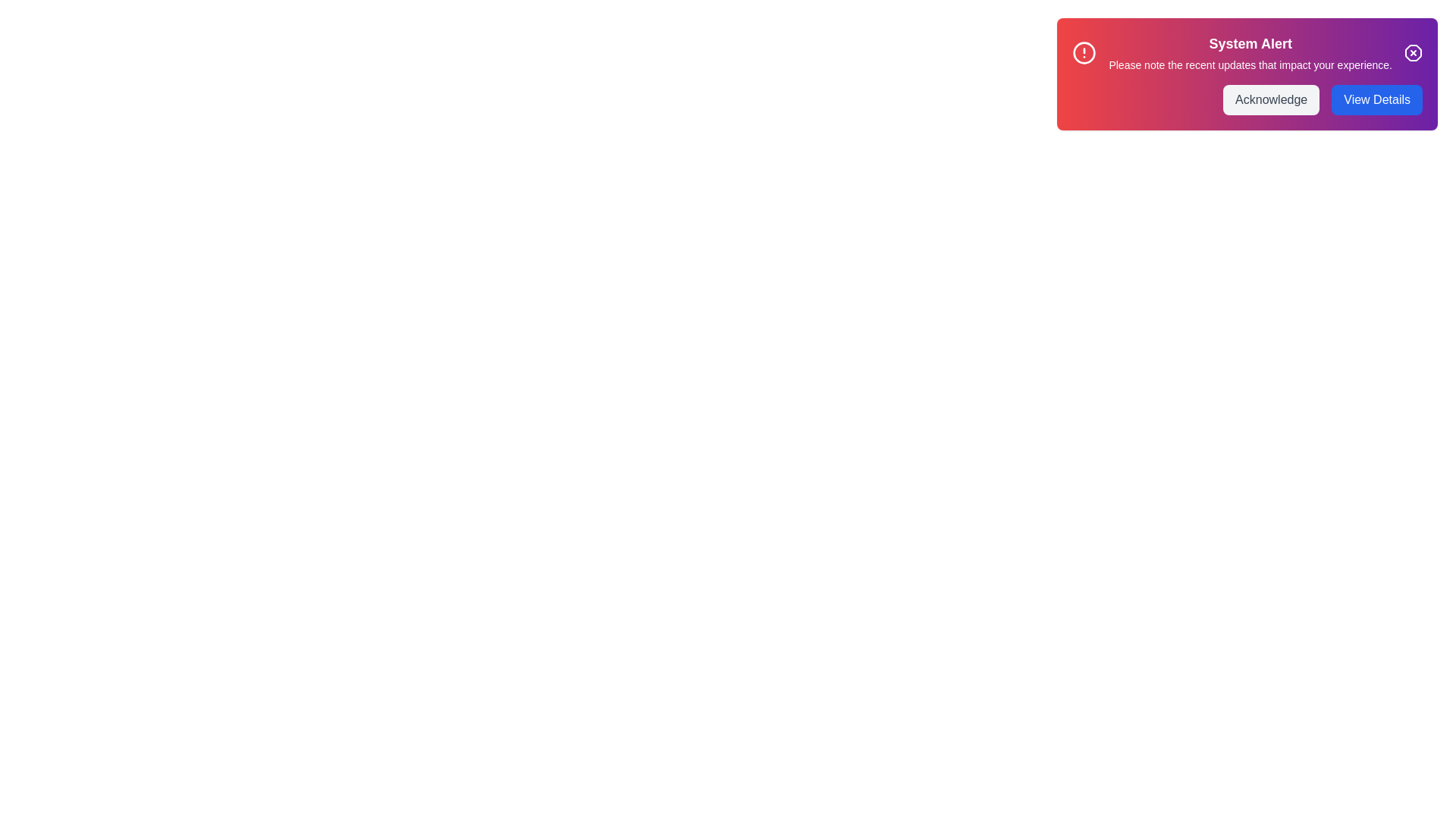 The height and width of the screenshot is (819, 1456). I want to click on the 'View Details' button to view more information, so click(1376, 99).